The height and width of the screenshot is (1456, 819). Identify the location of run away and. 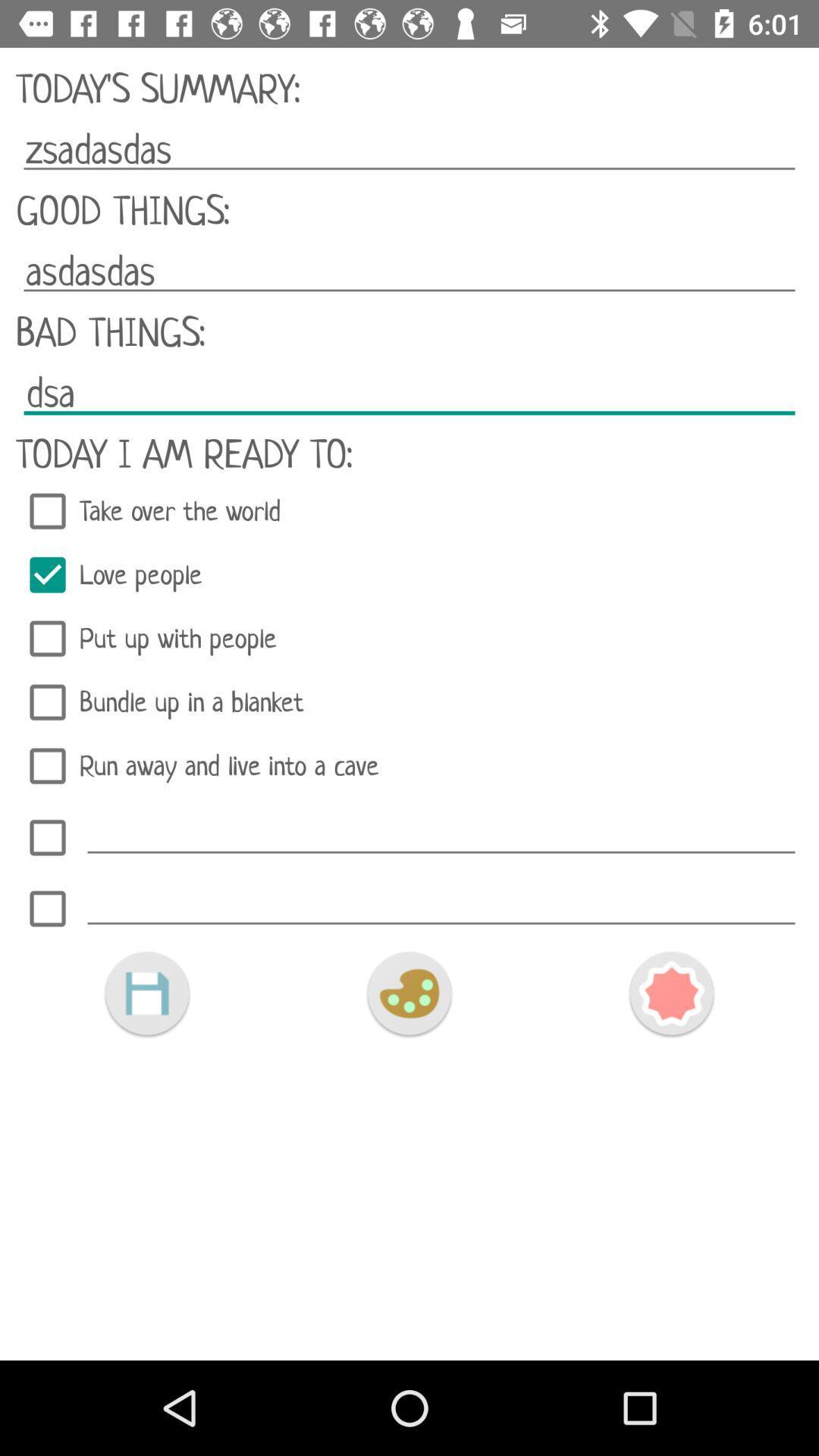
(409, 766).